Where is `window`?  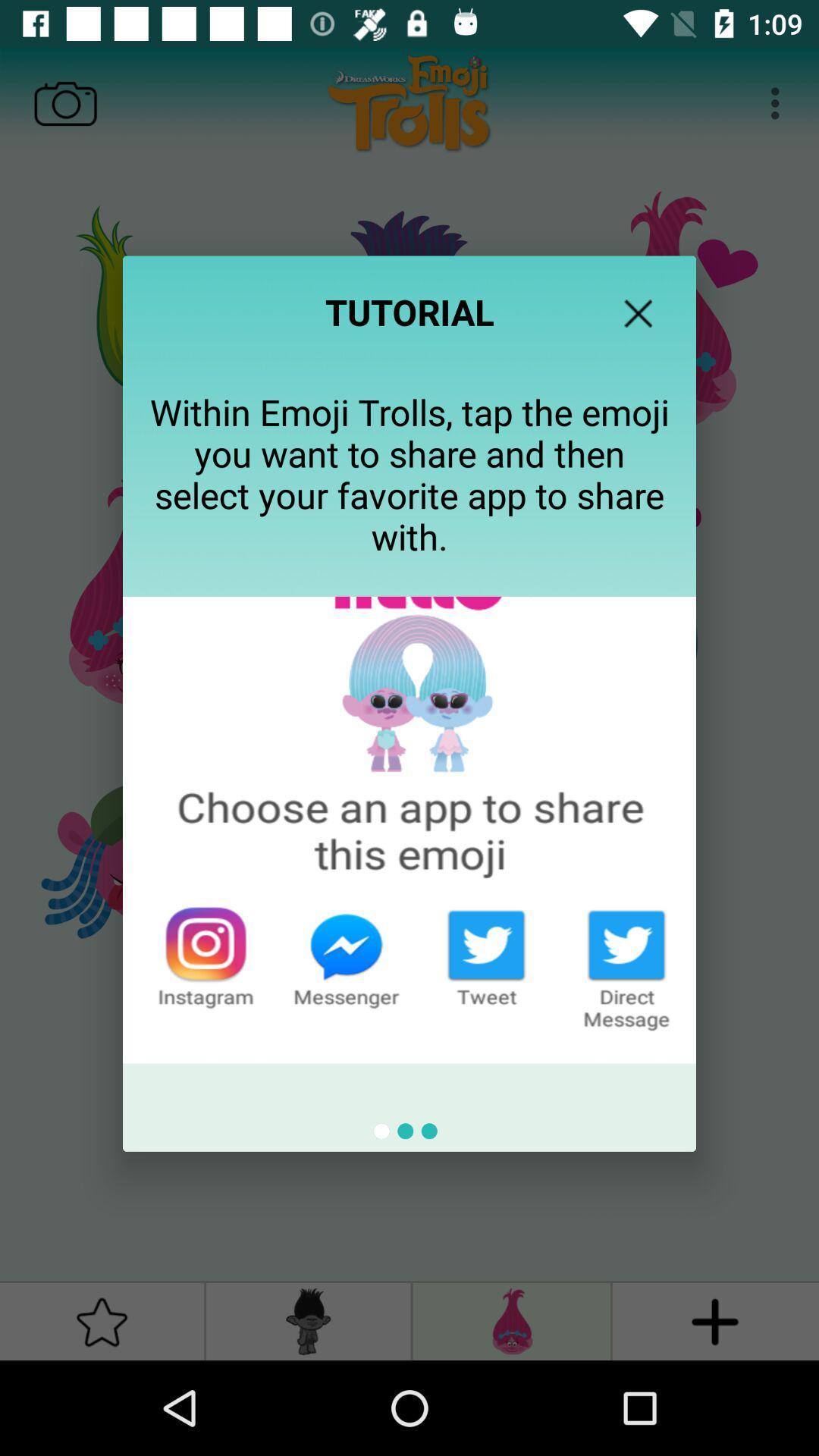
window is located at coordinates (638, 312).